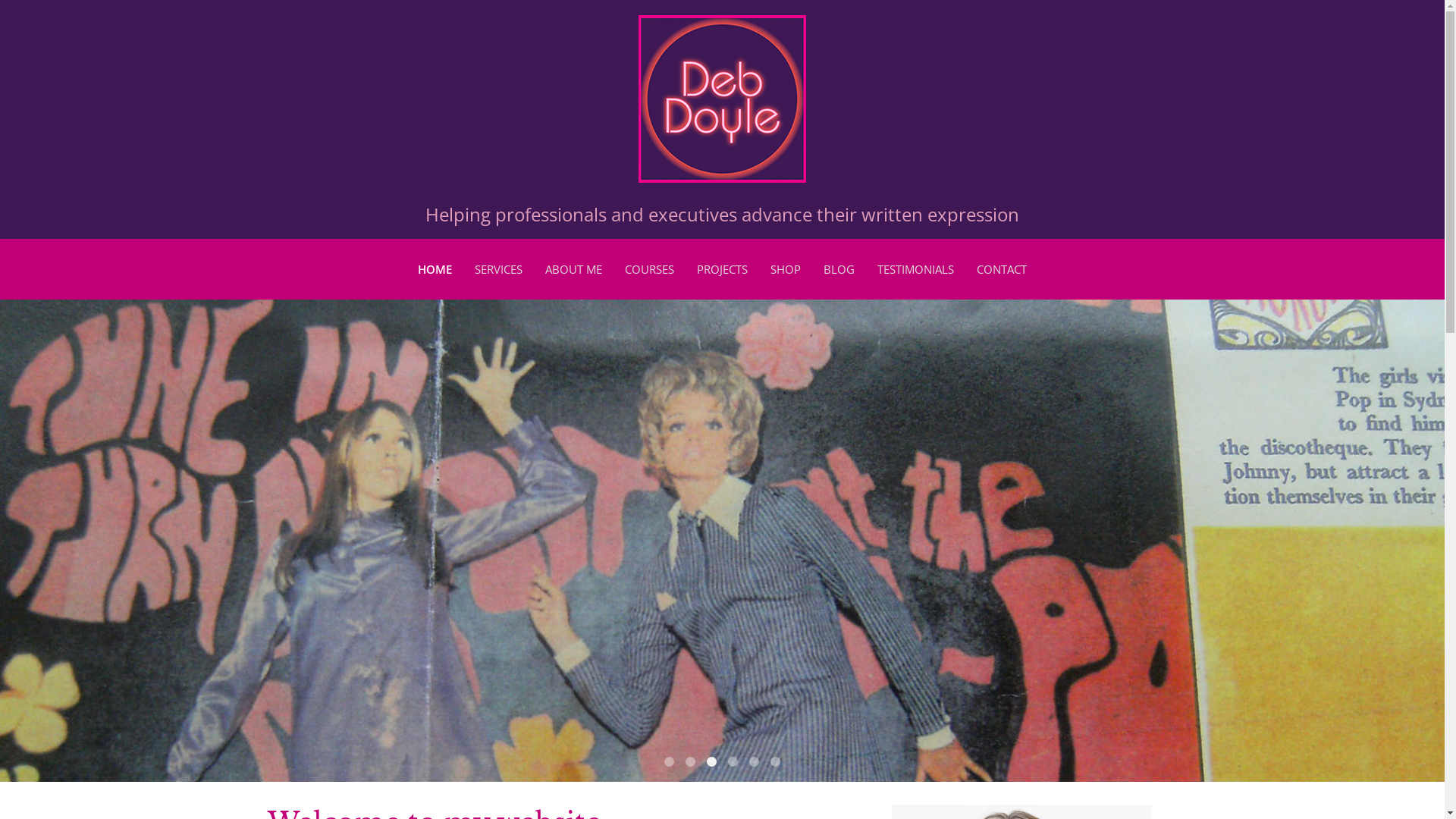  I want to click on 'SERVICES', so click(498, 268).